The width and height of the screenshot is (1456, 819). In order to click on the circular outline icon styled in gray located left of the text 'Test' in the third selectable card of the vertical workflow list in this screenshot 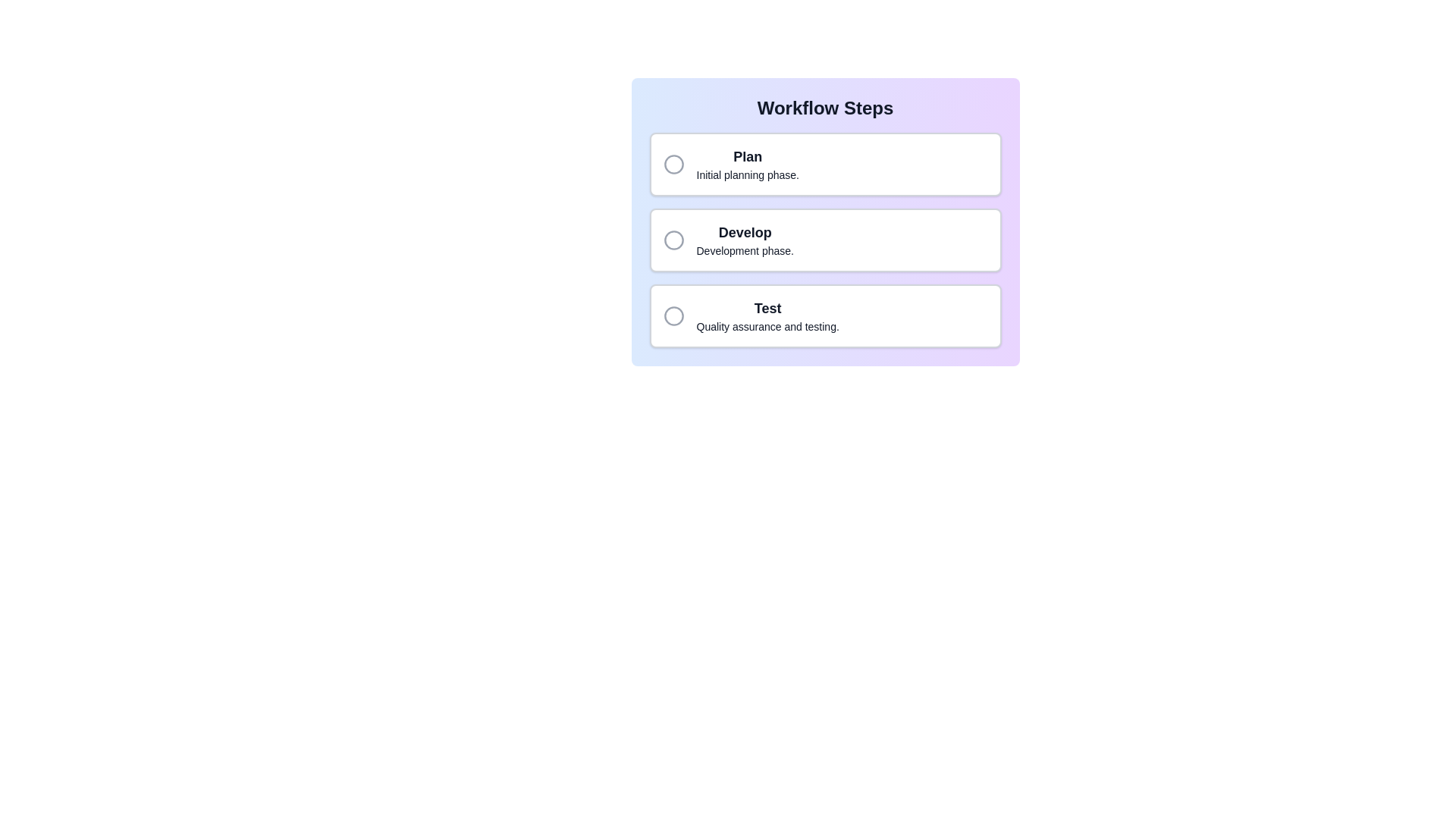, I will do `click(673, 315)`.